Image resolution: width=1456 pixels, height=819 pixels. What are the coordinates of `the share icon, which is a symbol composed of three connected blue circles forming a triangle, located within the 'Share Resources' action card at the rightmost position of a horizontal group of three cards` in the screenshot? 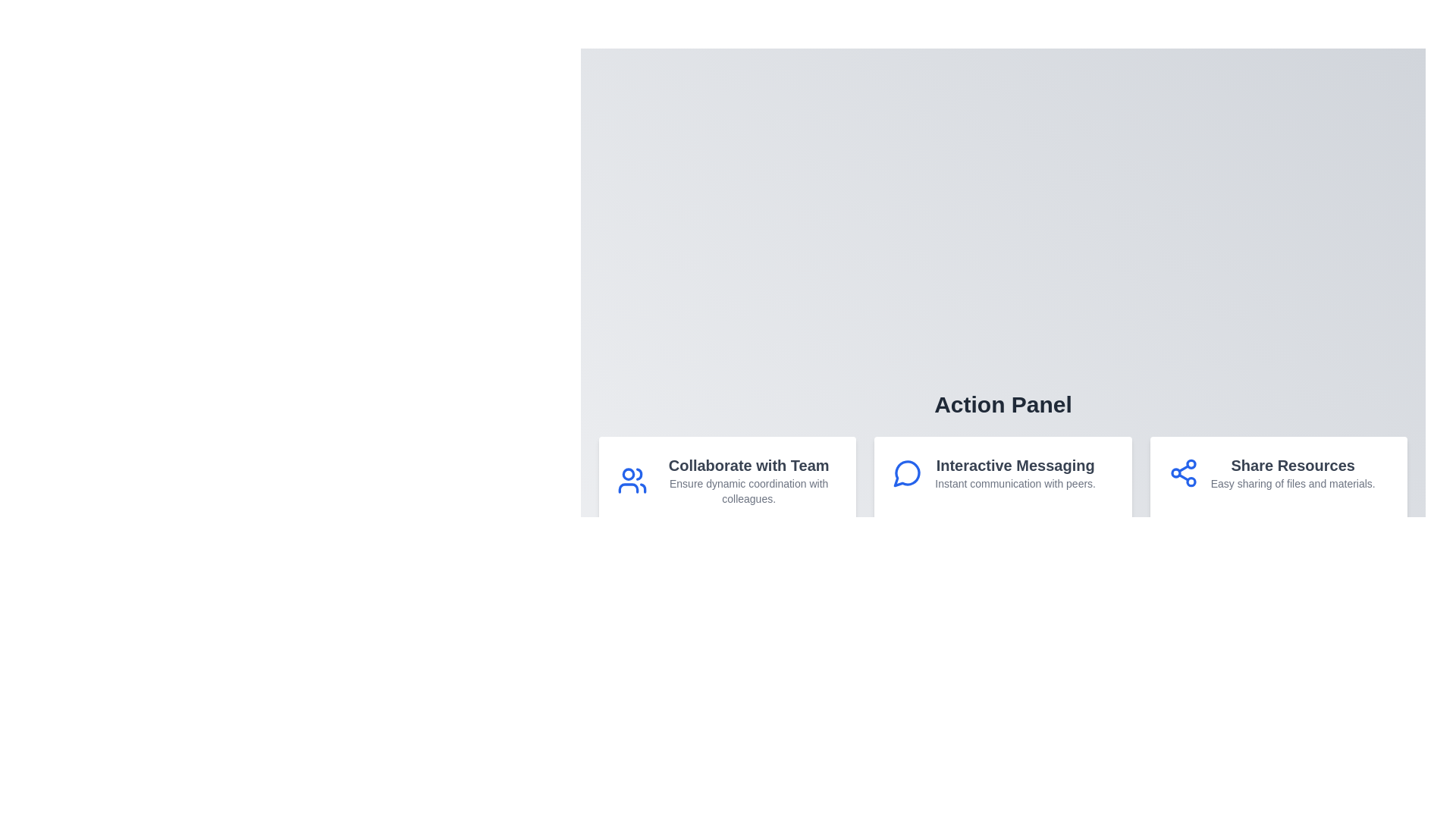 It's located at (1182, 472).